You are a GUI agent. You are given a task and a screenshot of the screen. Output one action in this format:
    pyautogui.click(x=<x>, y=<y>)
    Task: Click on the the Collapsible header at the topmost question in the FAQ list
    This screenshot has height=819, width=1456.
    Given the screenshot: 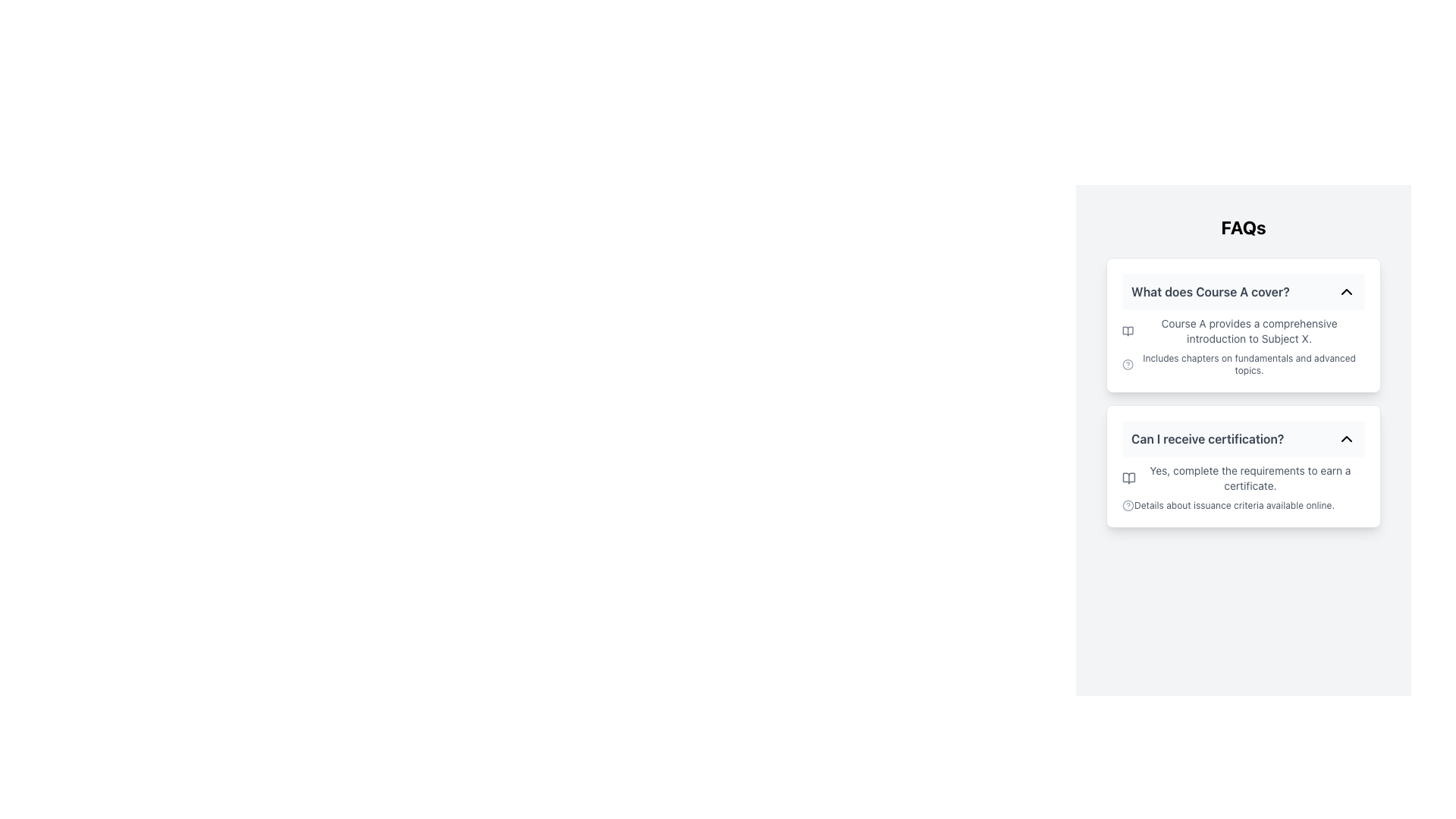 What is the action you would take?
    pyautogui.click(x=1244, y=292)
    